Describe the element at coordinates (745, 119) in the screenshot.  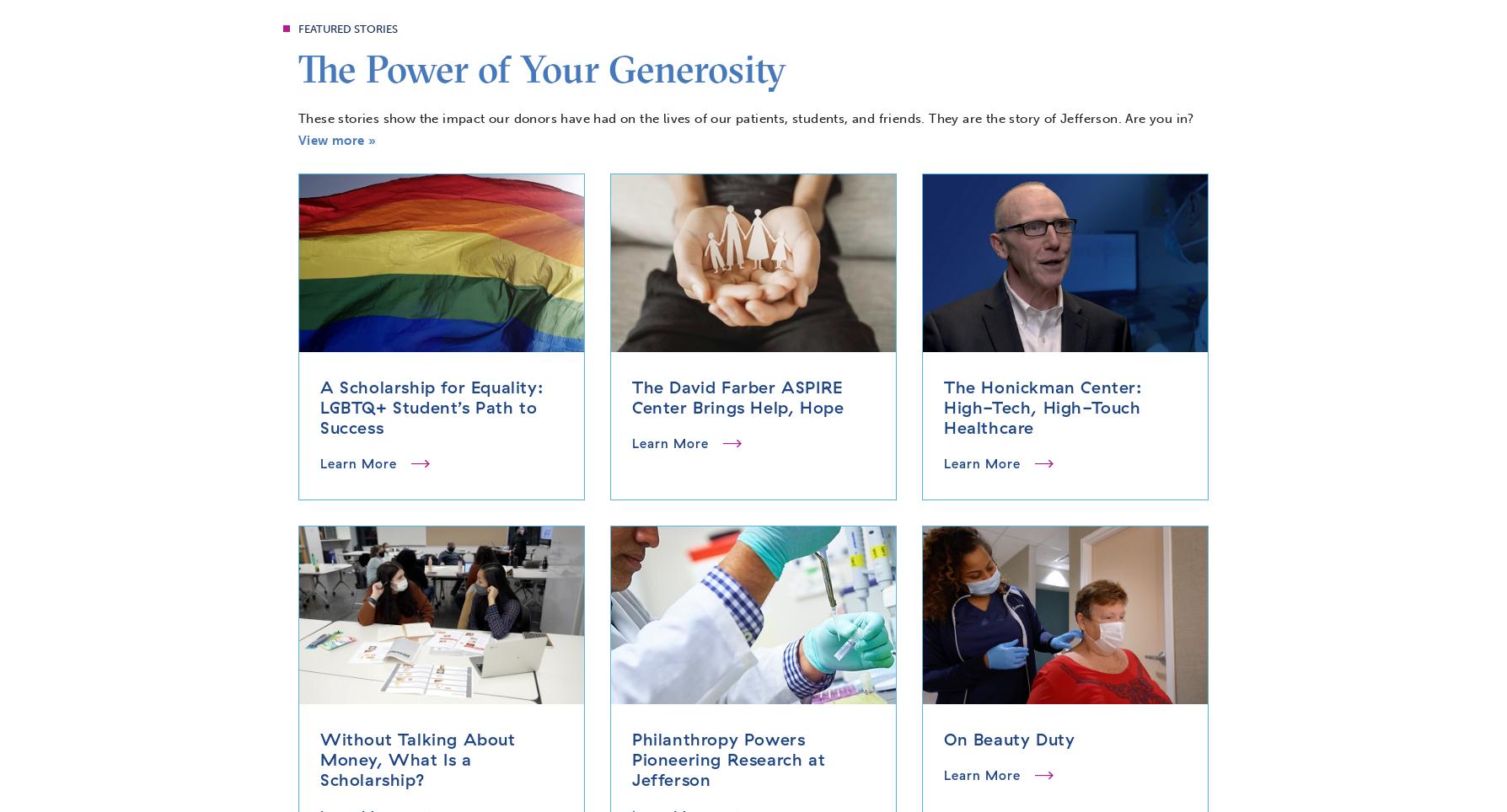
I see `'These stories show the impact our donors have had on the lives of our patients, students, and friends. They are the story of Jefferson. Are you in?'` at that location.